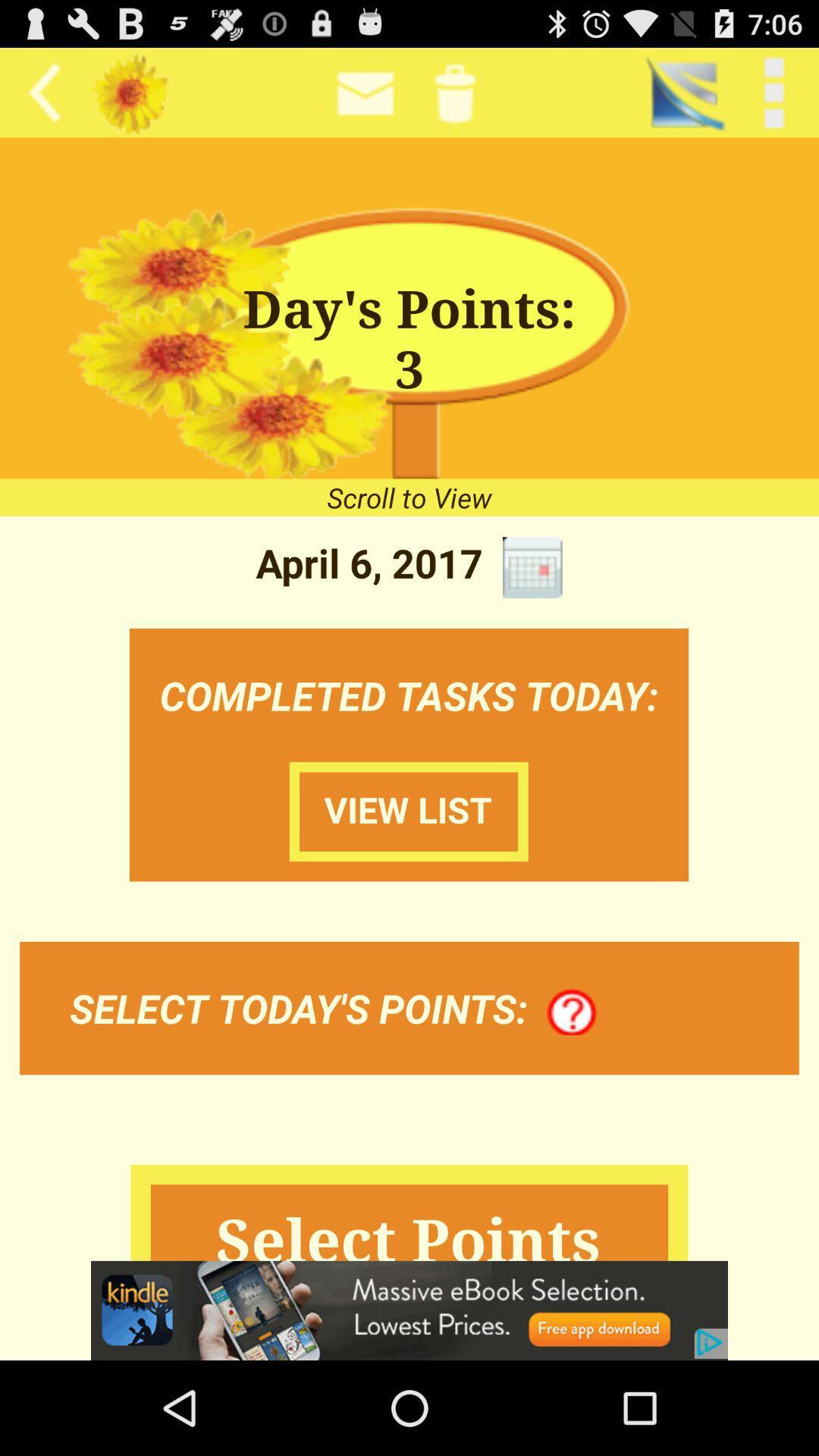  Describe the element at coordinates (684, 92) in the screenshot. I see `the app to the left of < back icon` at that location.